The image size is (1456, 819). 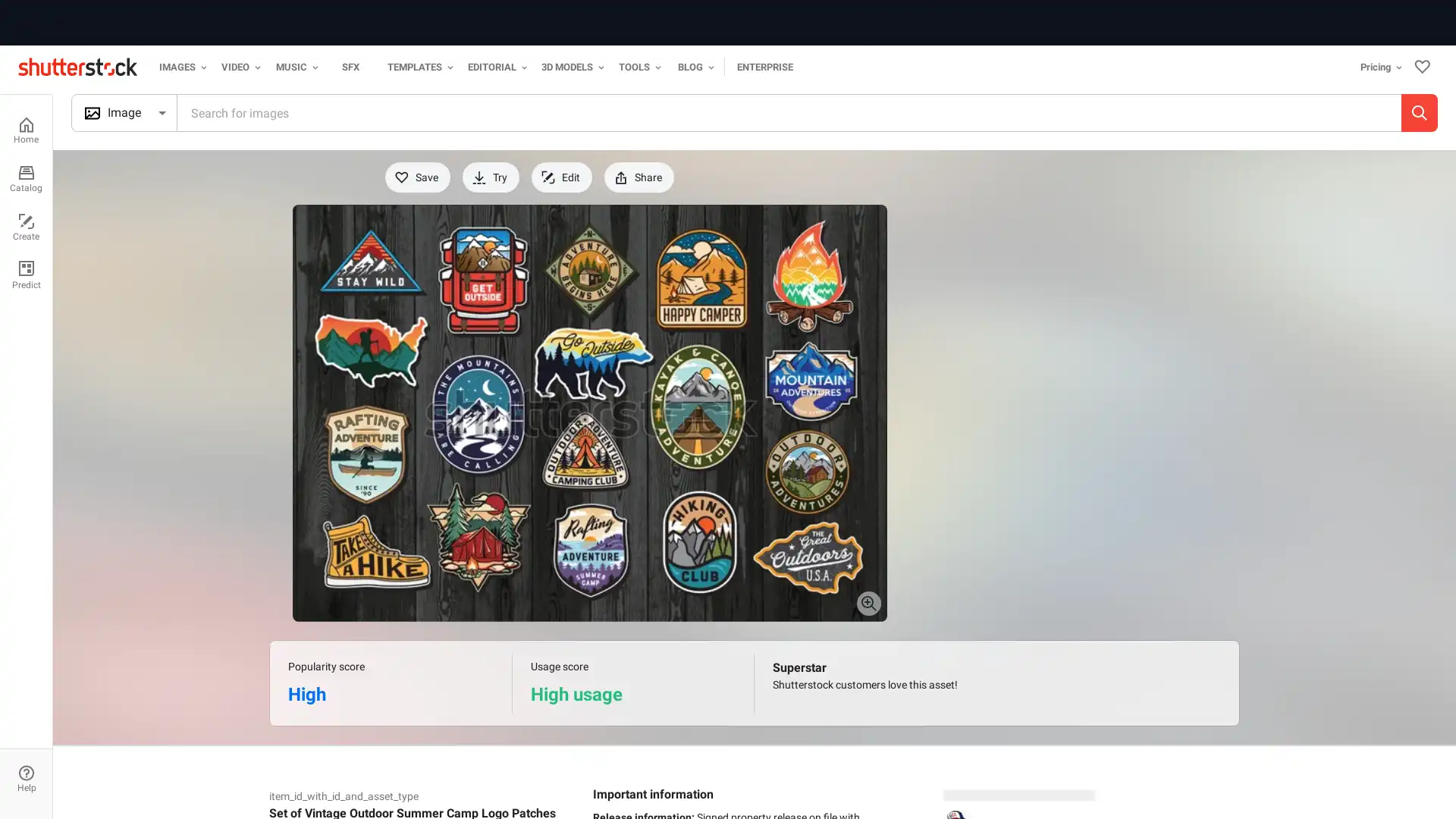 What do you see at coordinates (294, 66) in the screenshot?
I see `Music` at bounding box center [294, 66].